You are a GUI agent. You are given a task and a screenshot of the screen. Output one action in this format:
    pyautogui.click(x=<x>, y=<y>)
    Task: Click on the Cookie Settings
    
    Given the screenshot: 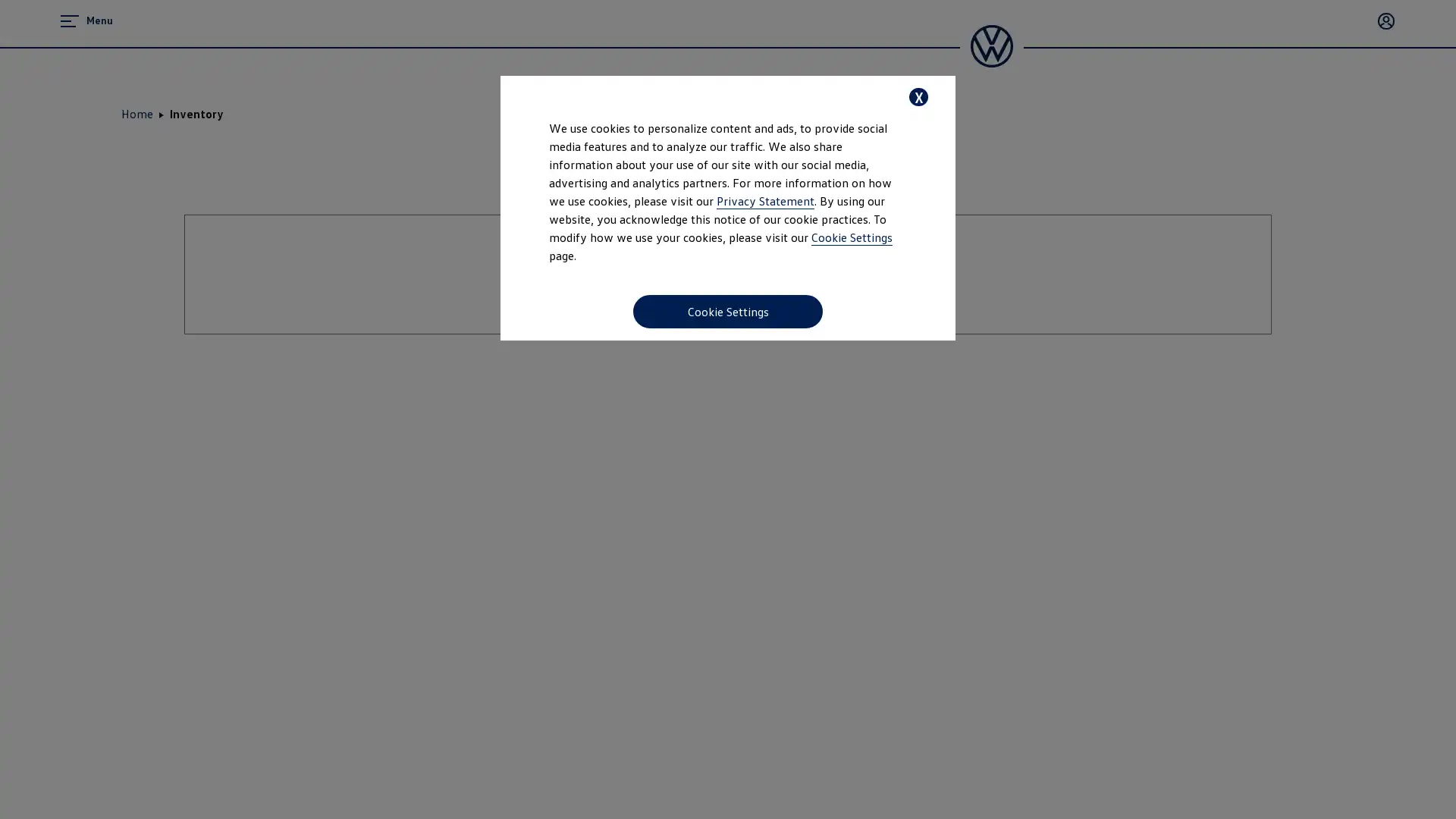 What is the action you would take?
    pyautogui.click(x=728, y=311)
    